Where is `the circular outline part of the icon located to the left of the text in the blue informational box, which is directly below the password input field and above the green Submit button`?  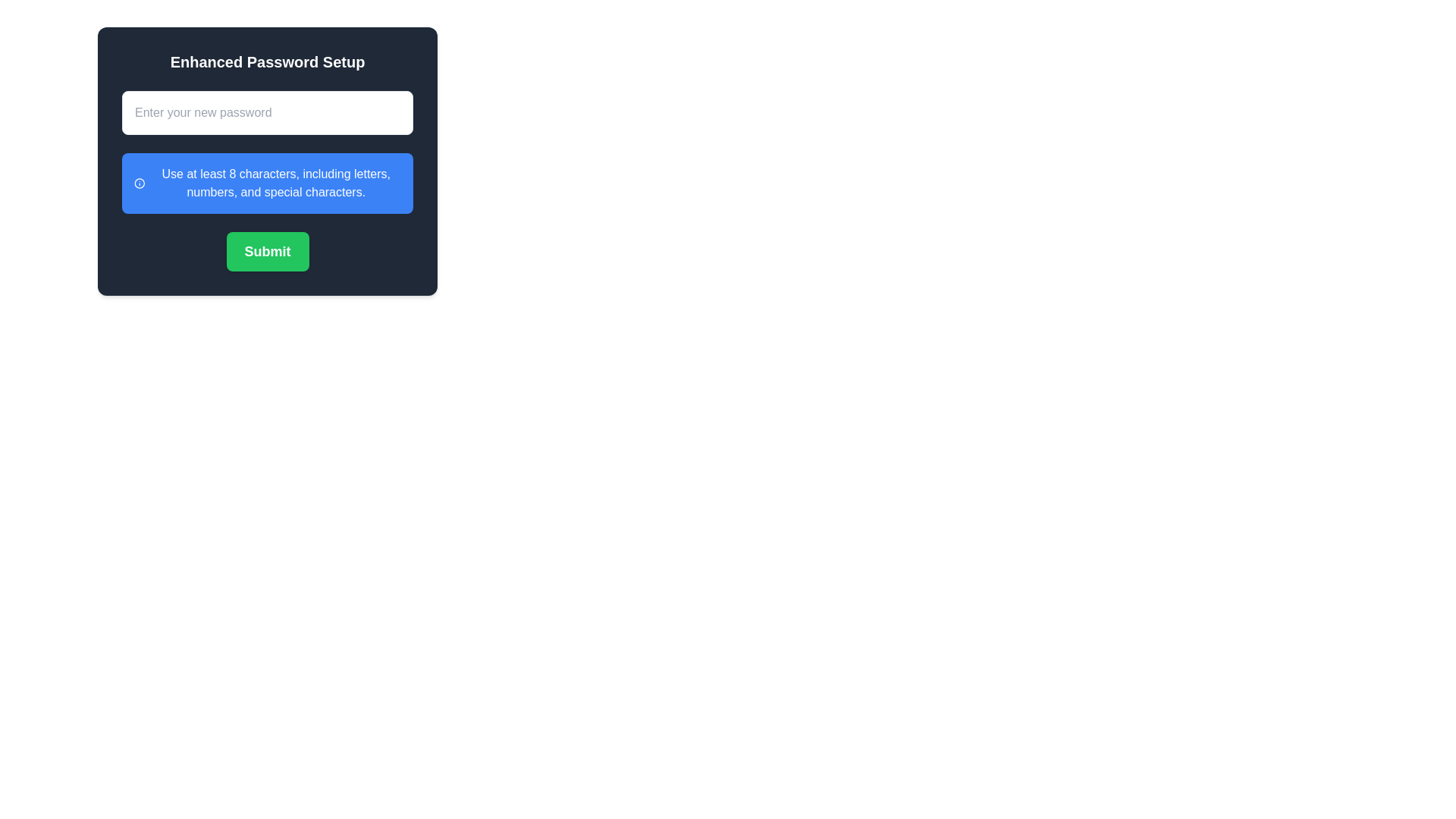
the circular outline part of the icon located to the left of the text in the blue informational box, which is directly below the password input field and above the green Submit button is located at coordinates (140, 183).